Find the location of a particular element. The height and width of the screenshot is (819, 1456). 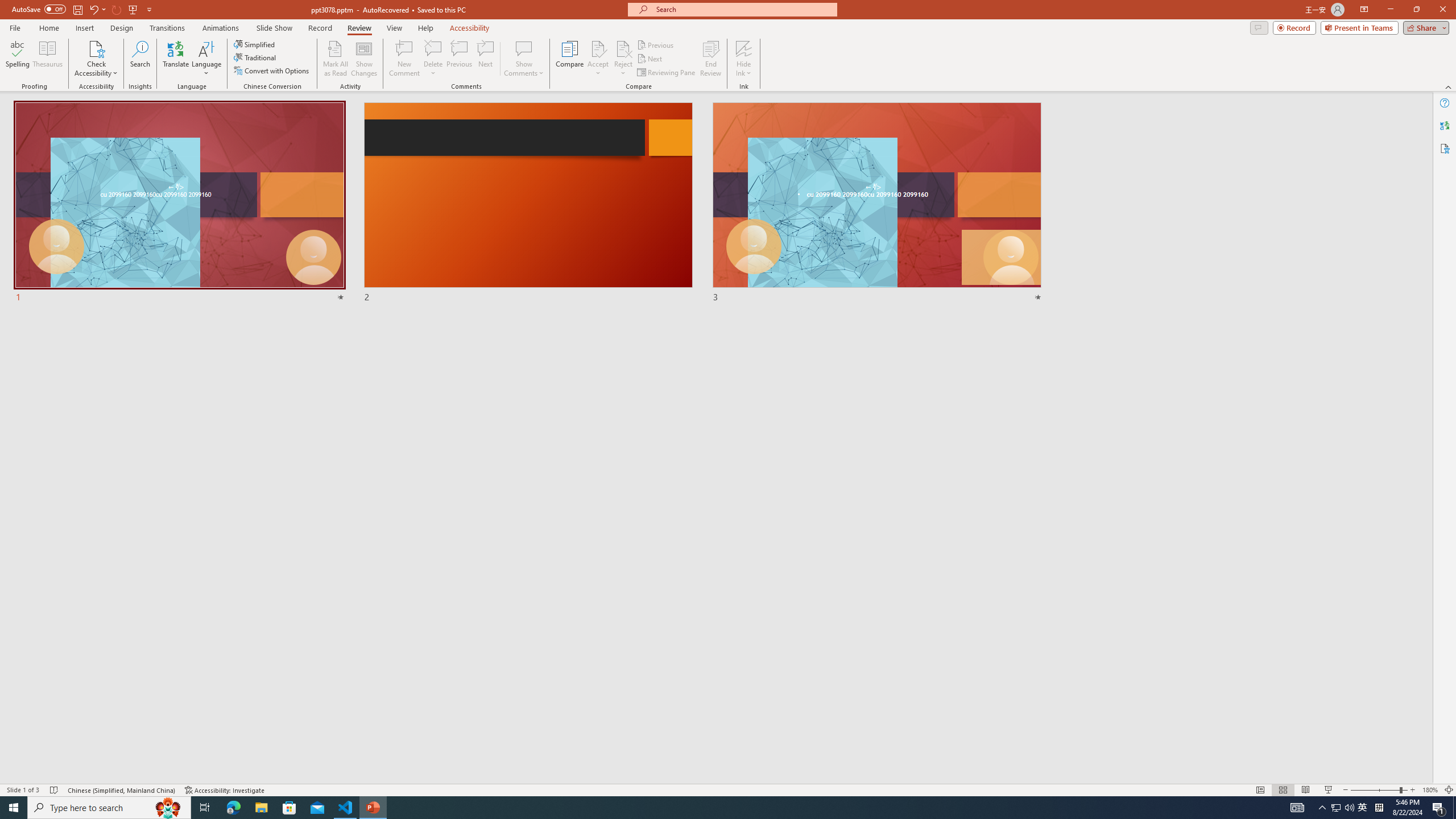

'New Comment' is located at coordinates (403, 59).